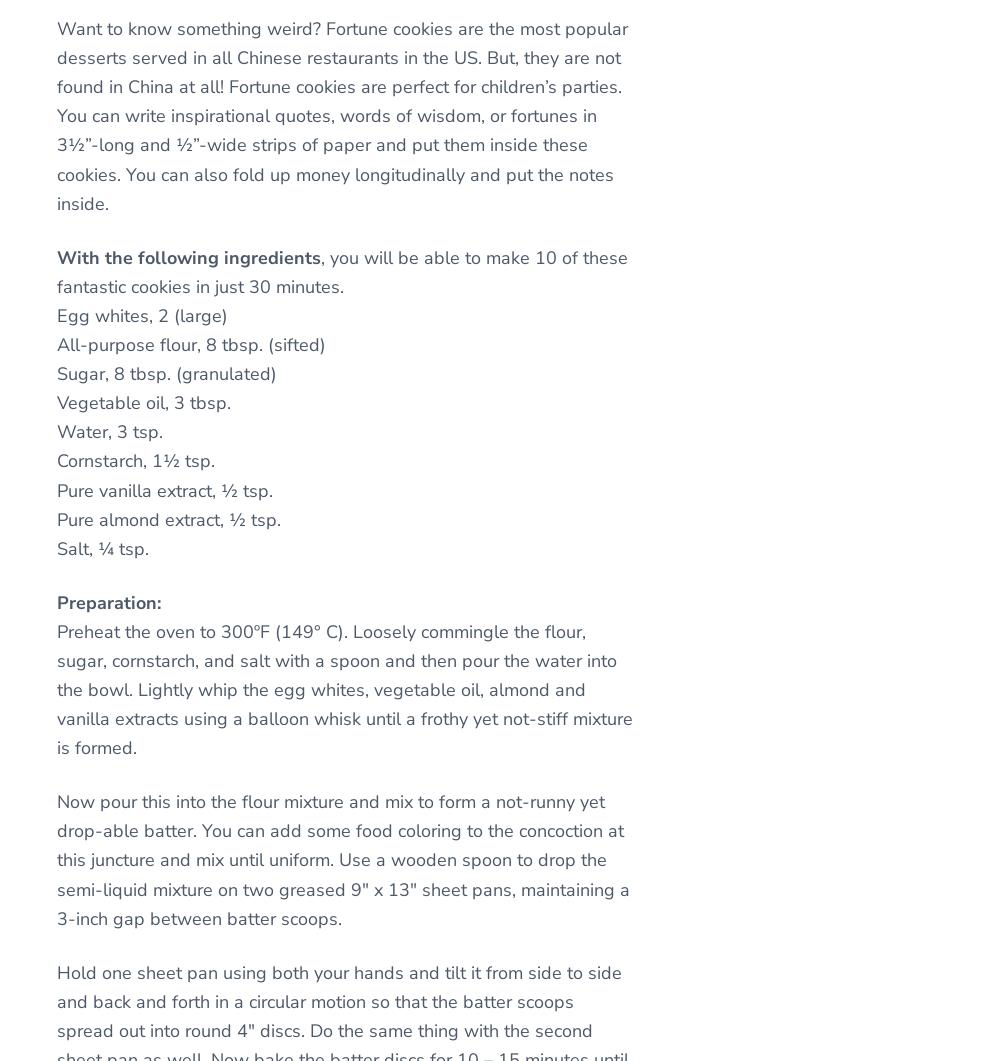 The height and width of the screenshot is (1061, 984). What do you see at coordinates (342, 860) in the screenshot?
I see `'Now pour this into the flour mixture and mix to form a not-runny yet drop-able batter. You can add some food coloring to the concoction at this juncture and mix until uniform. Use a wooden spoon to drop the semi-liquid mixture on two greased 9″ x 13″ sheet pans, maintaining a 3-inch gap between batter scoops.'` at bounding box center [342, 860].